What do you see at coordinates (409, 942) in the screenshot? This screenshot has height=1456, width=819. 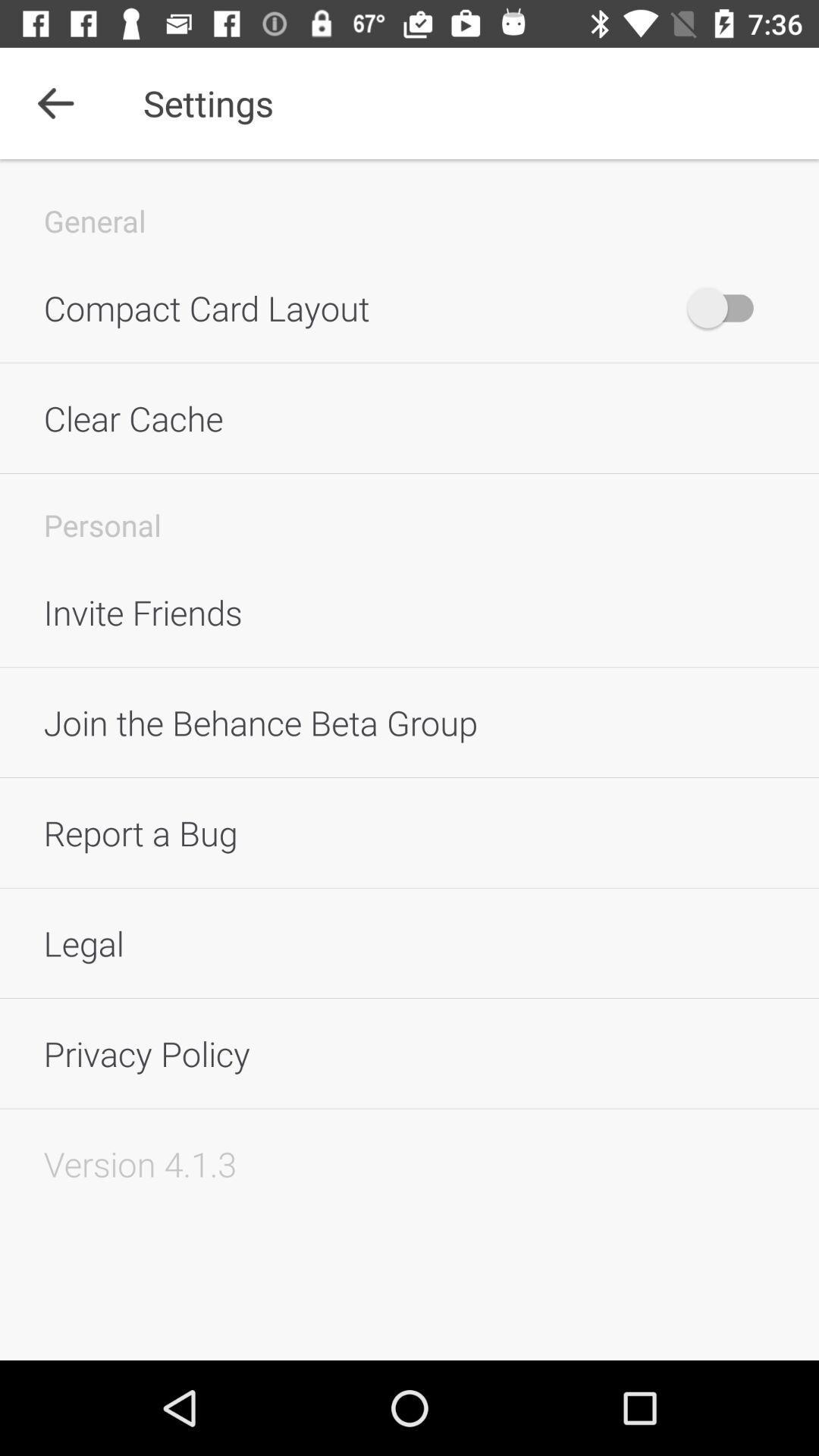 I see `the icon below report a bug icon` at bounding box center [409, 942].